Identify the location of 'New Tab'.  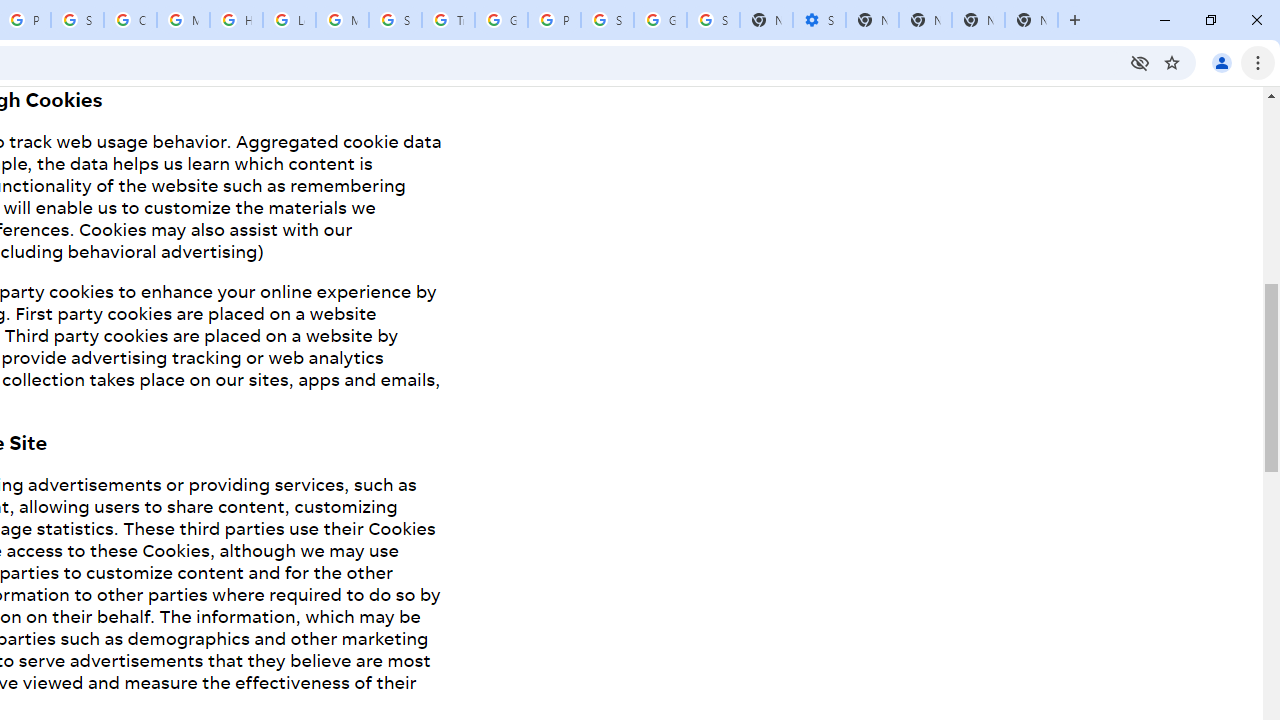
(1031, 20).